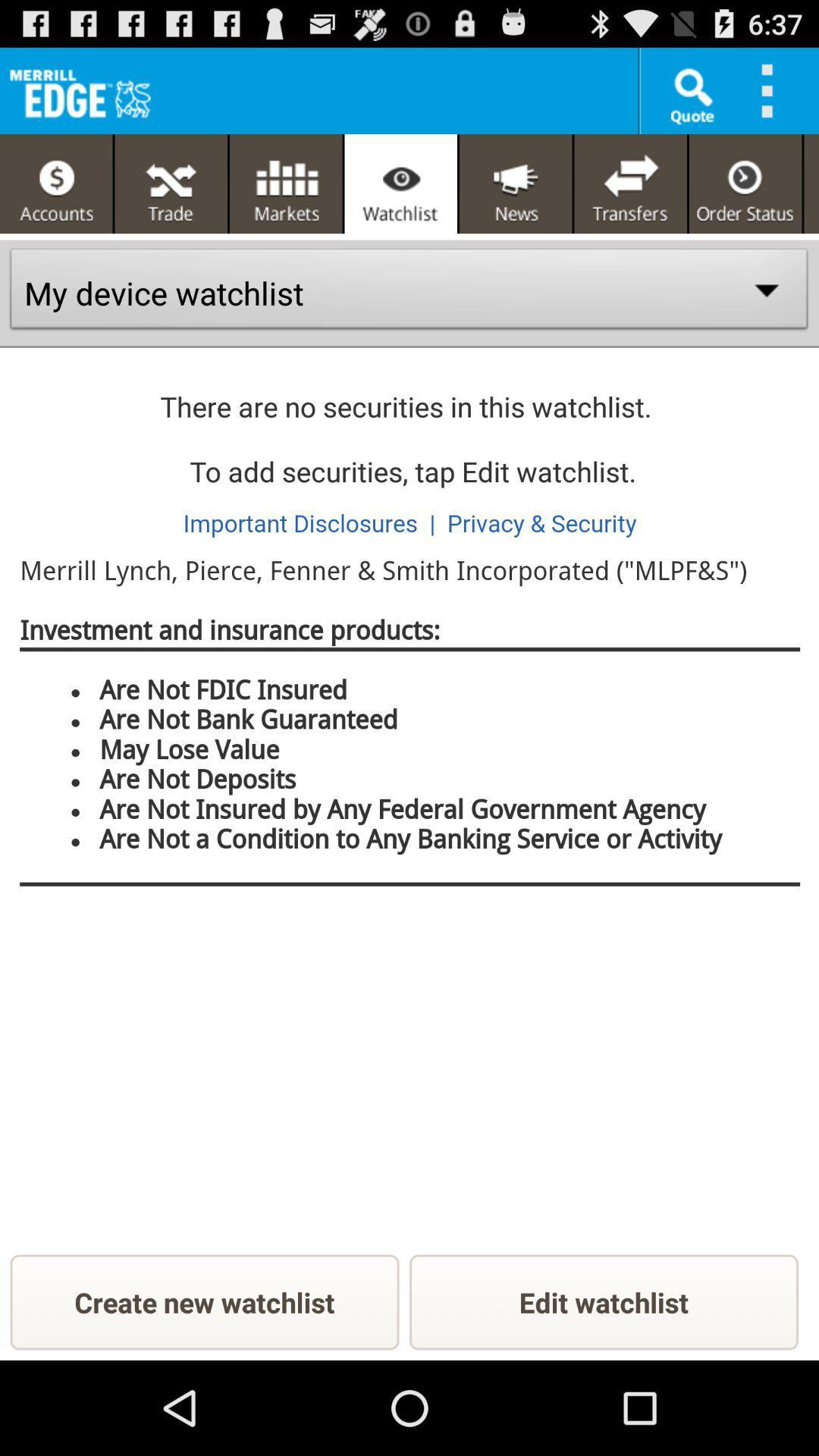  What do you see at coordinates (400, 196) in the screenshot?
I see `the visibility icon` at bounding box center [400, 196].